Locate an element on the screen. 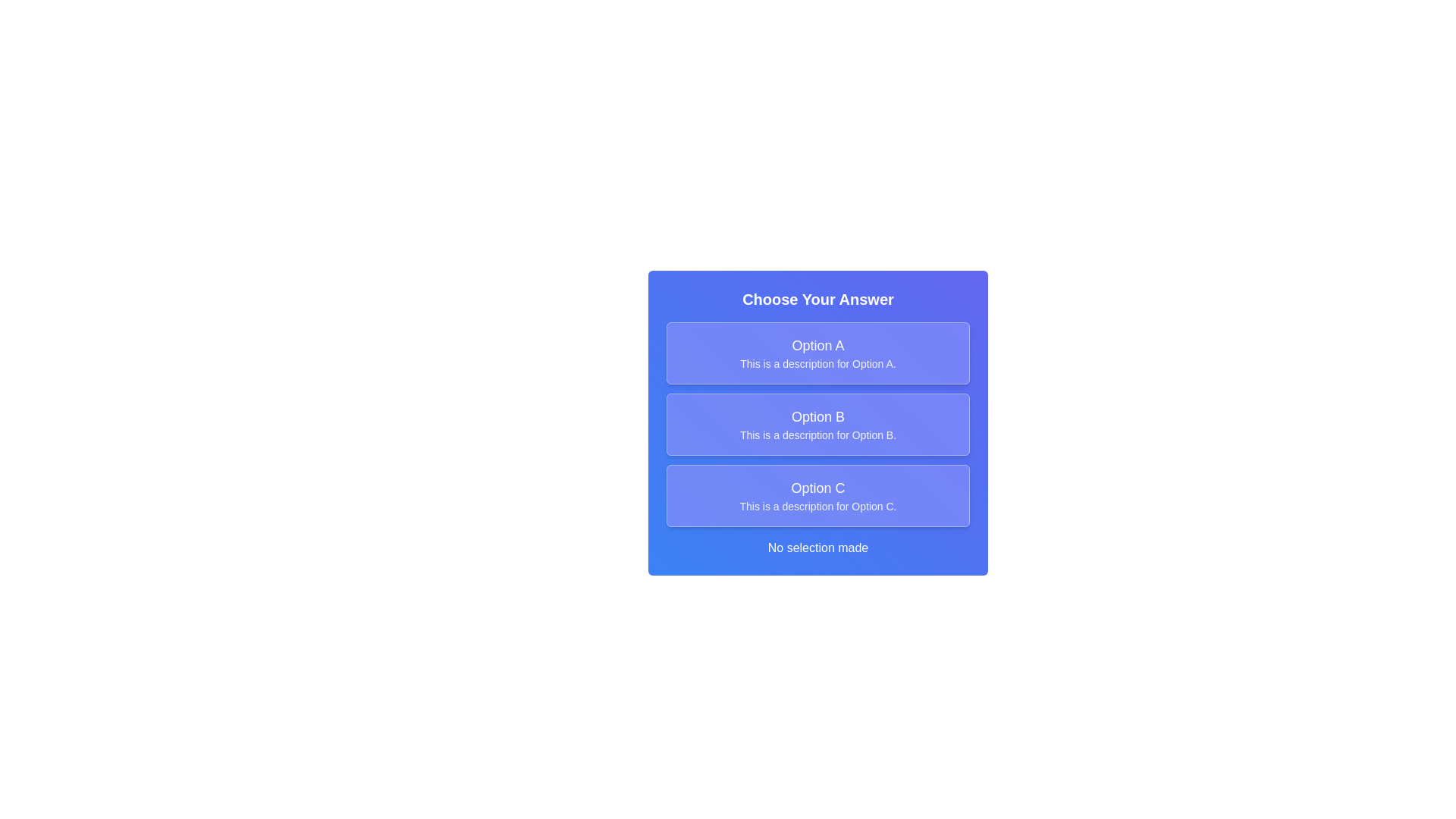 The image size is (1456, 819). the text label that serves as the main identifier for the selectable option, positioned above the description for 'Option B' is located at coordinates (817, 417).